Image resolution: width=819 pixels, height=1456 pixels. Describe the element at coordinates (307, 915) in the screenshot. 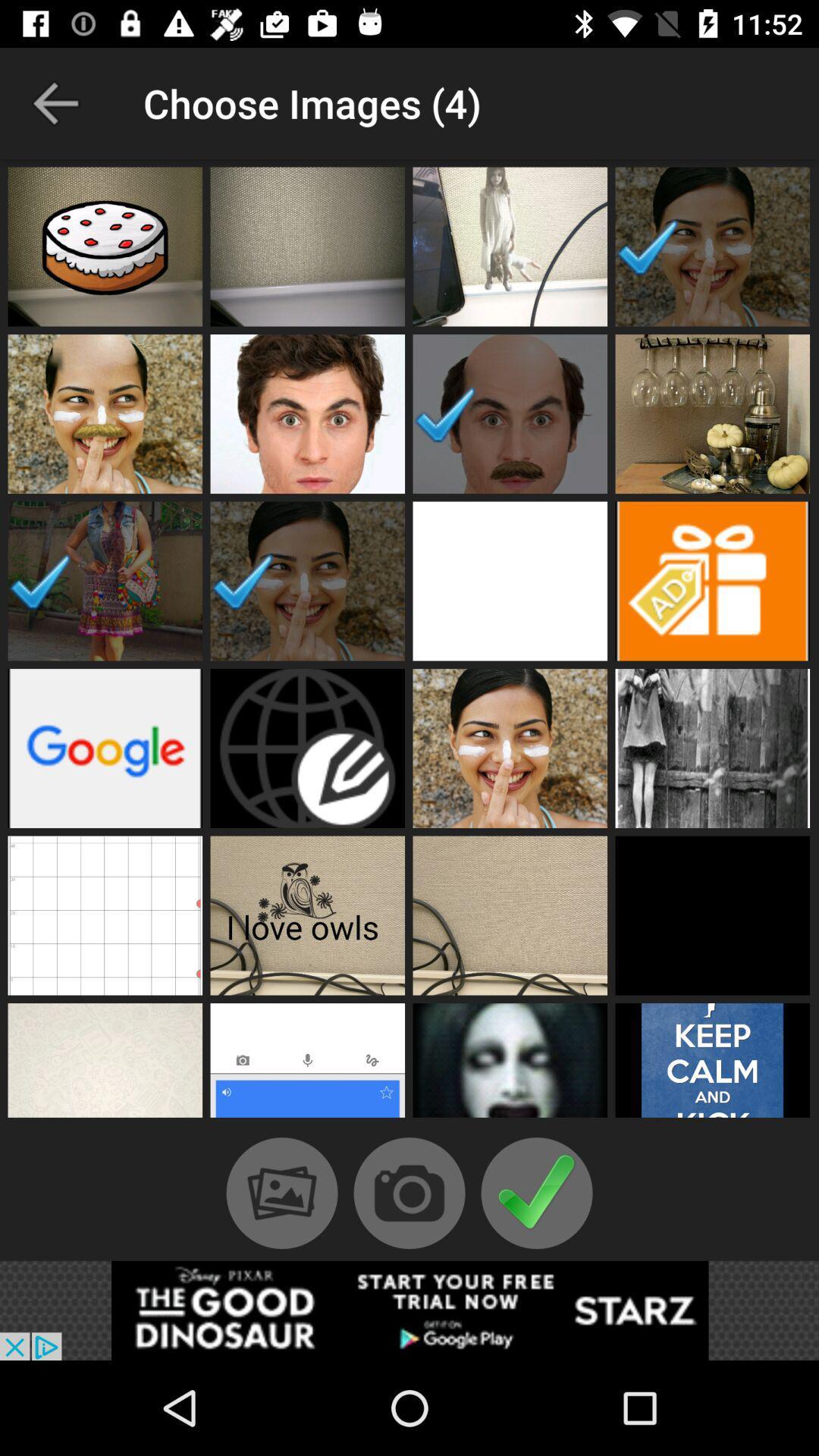

I see `image` at that location.